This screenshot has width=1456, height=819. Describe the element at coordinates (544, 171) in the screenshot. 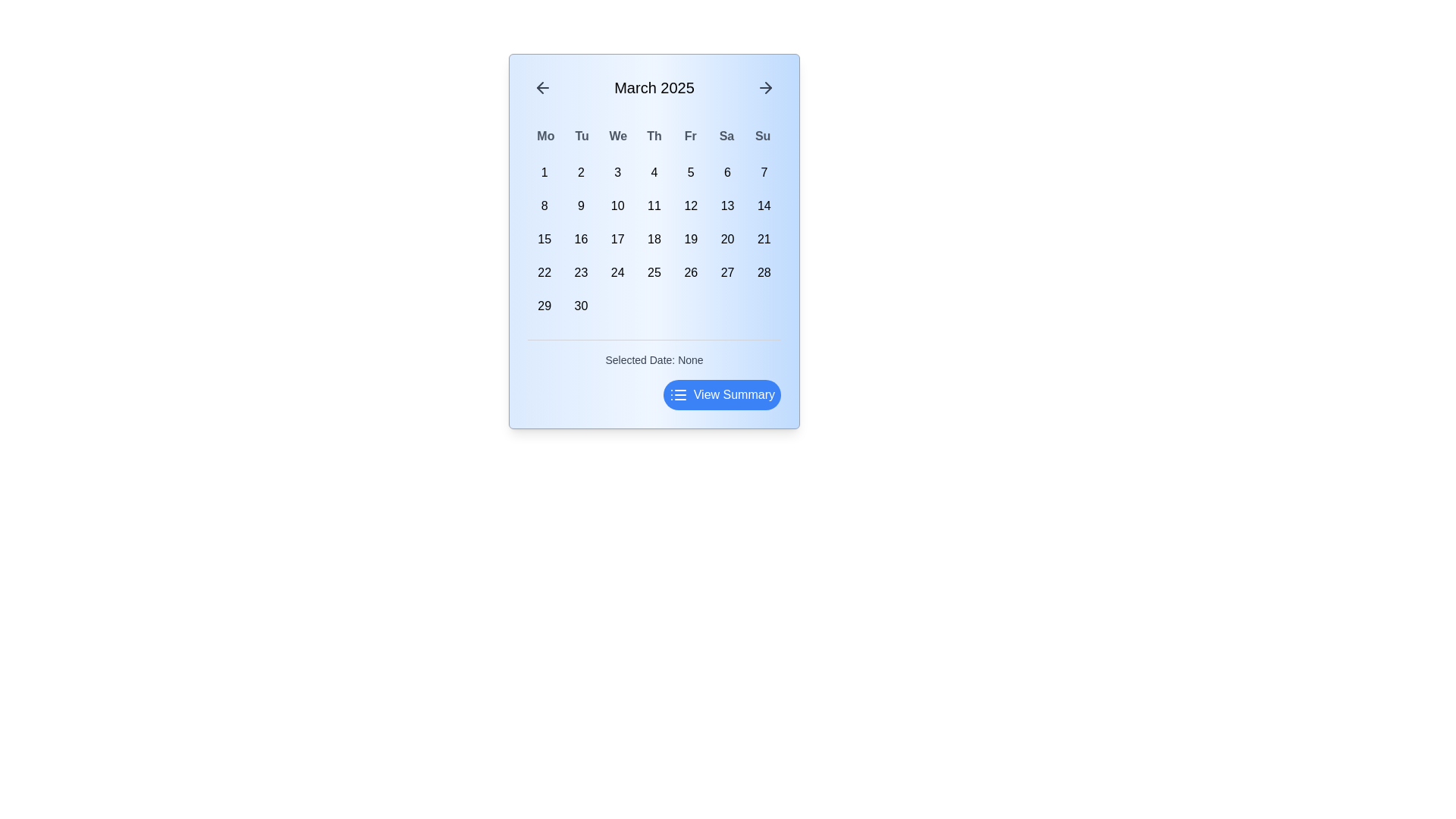

I see `the rounded button with a bold numeral '1' in the calendar view` at that location.